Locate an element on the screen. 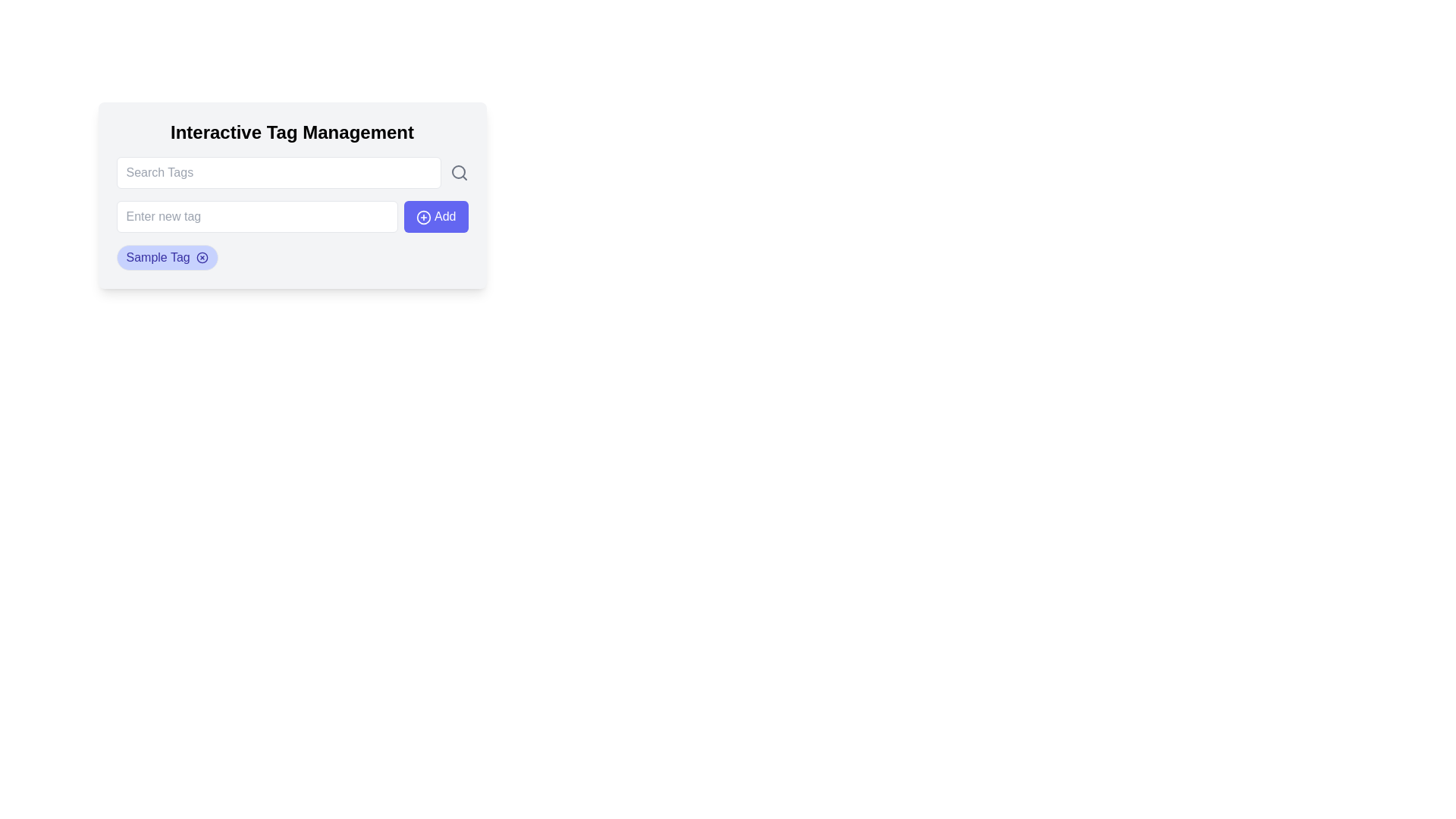 This screenshot has width=1456, height=819. the circular border of the close icon associated with the 'Sample Tag' button located in the bottom-left of the tag management interface is located at coordinates (201, 256).